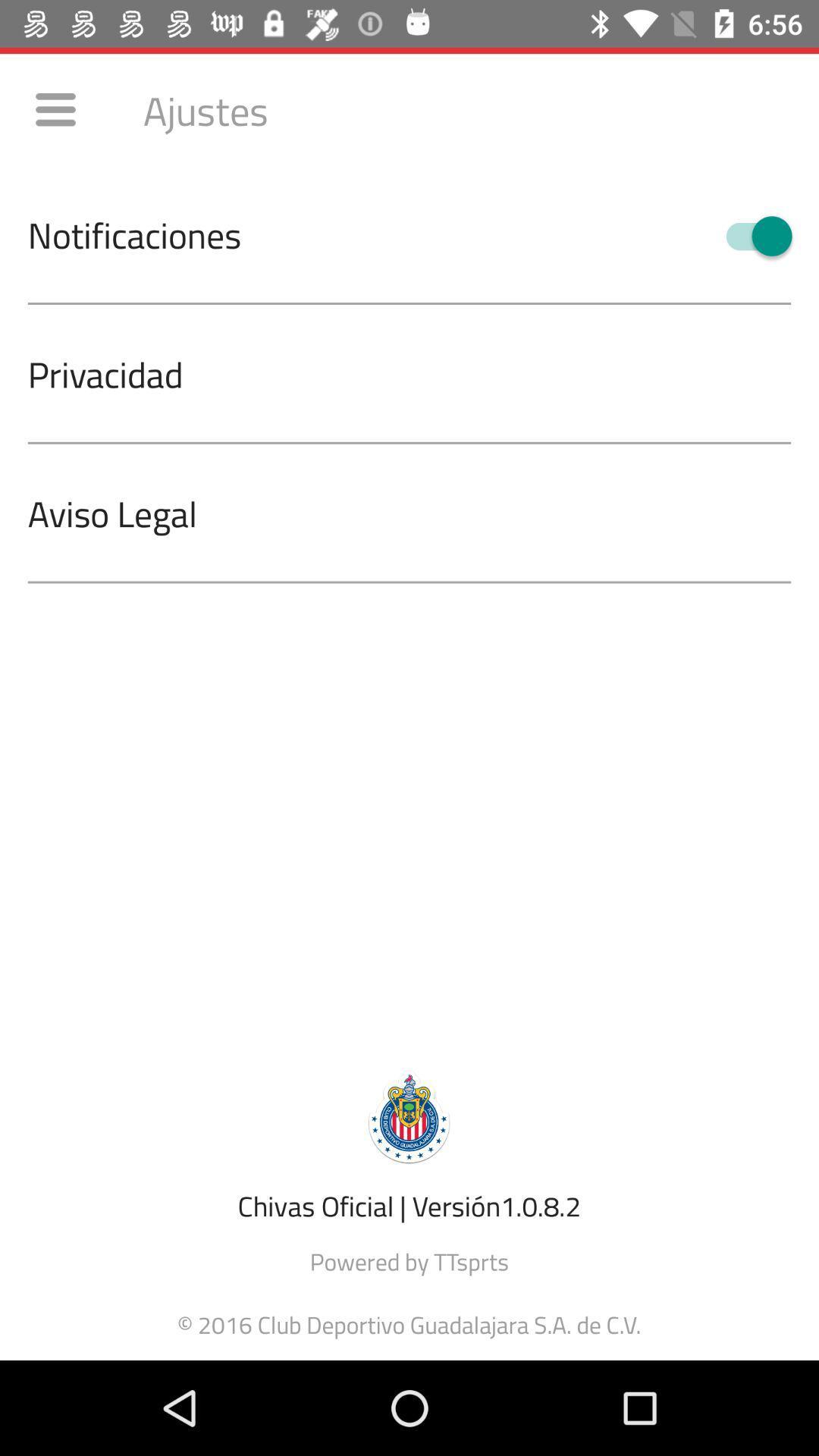 Image resolution: width=819 pixels, height=1456 pixels. What do you see at coordinates (55, 108) in the screenshot?
I see `the item next to ajustes item` at bounding box center [55, 108].